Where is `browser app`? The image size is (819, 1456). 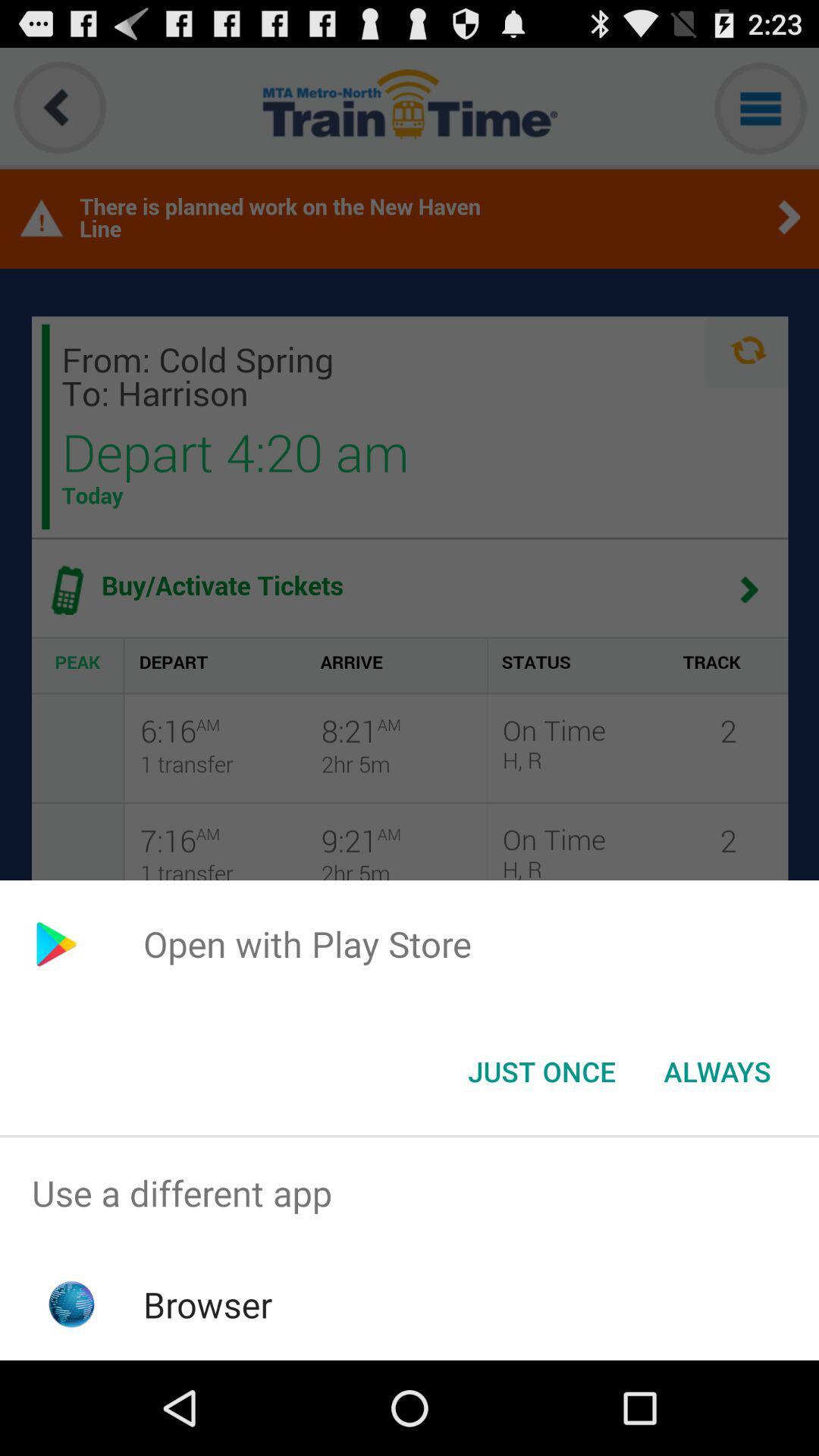
browser app is located at coordinates (208, 1304).